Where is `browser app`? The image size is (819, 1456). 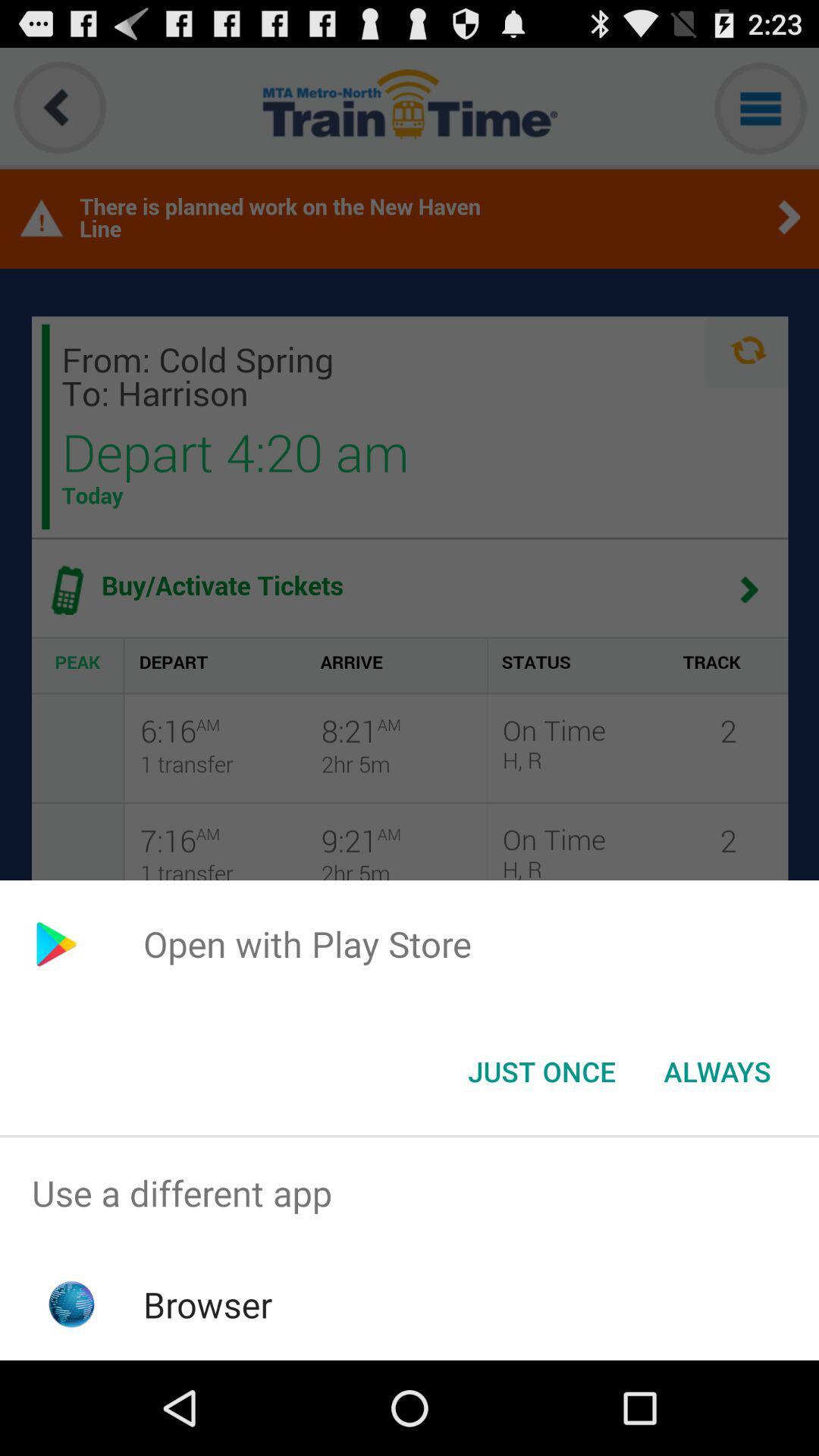
browser app is located at coordinates (208, 1304).